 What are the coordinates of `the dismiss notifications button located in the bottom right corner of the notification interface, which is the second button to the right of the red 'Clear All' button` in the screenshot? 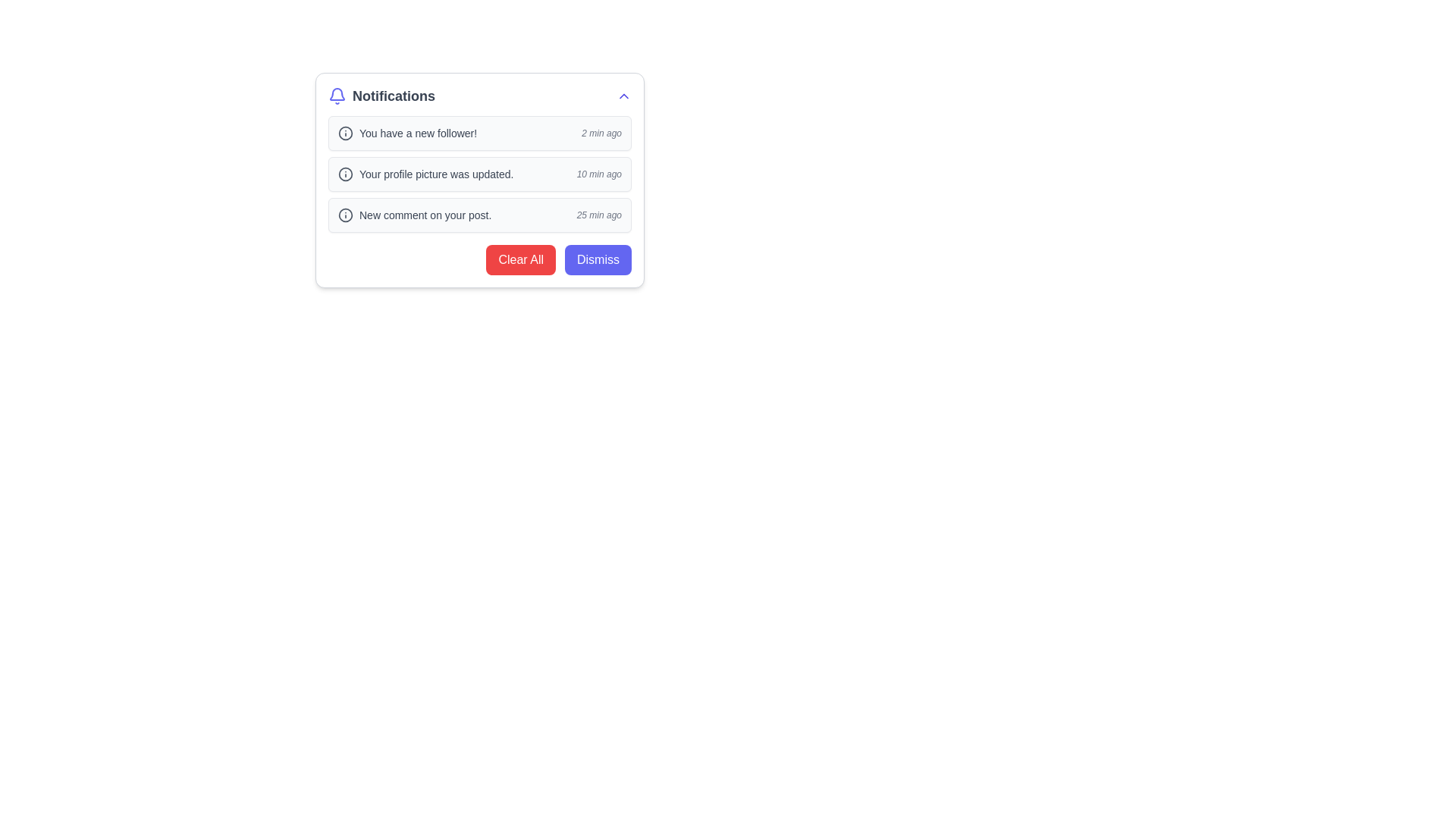 It's located at (597, 259).